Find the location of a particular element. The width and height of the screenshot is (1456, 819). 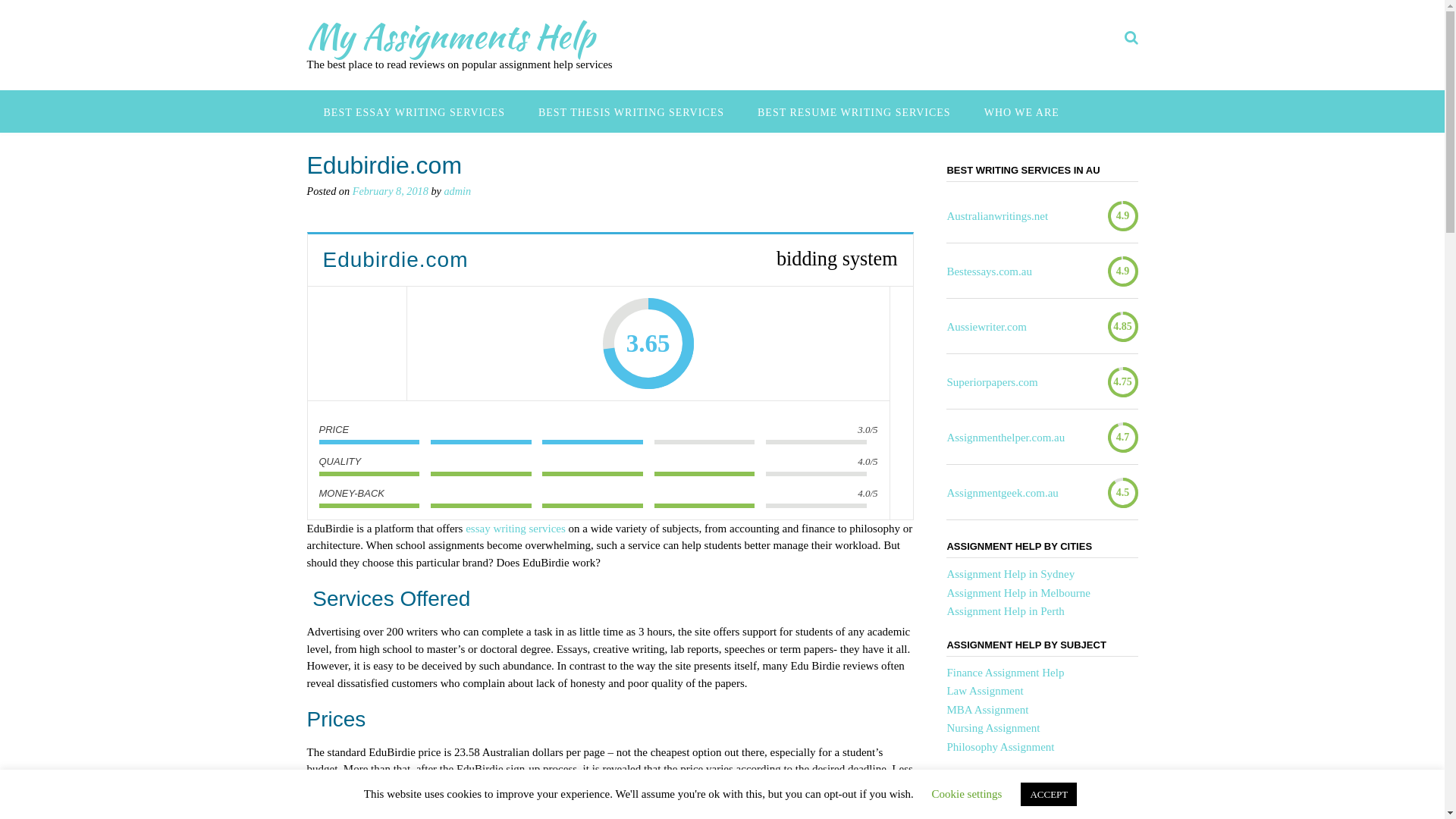

'February 8, 2018' is located at coordinates (390, 190).